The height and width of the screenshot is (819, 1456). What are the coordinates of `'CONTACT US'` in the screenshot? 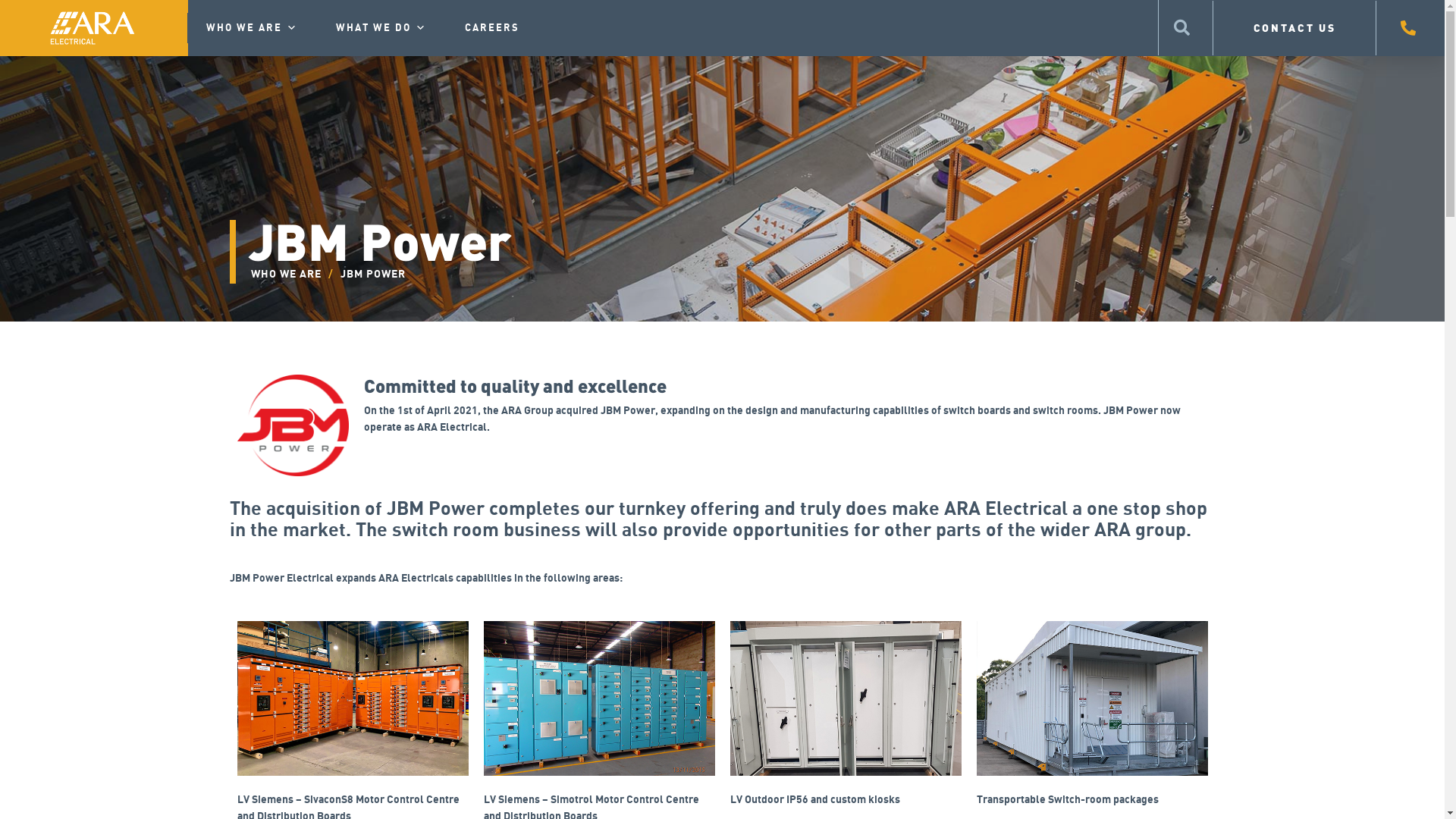 It's located at (1294, 27).